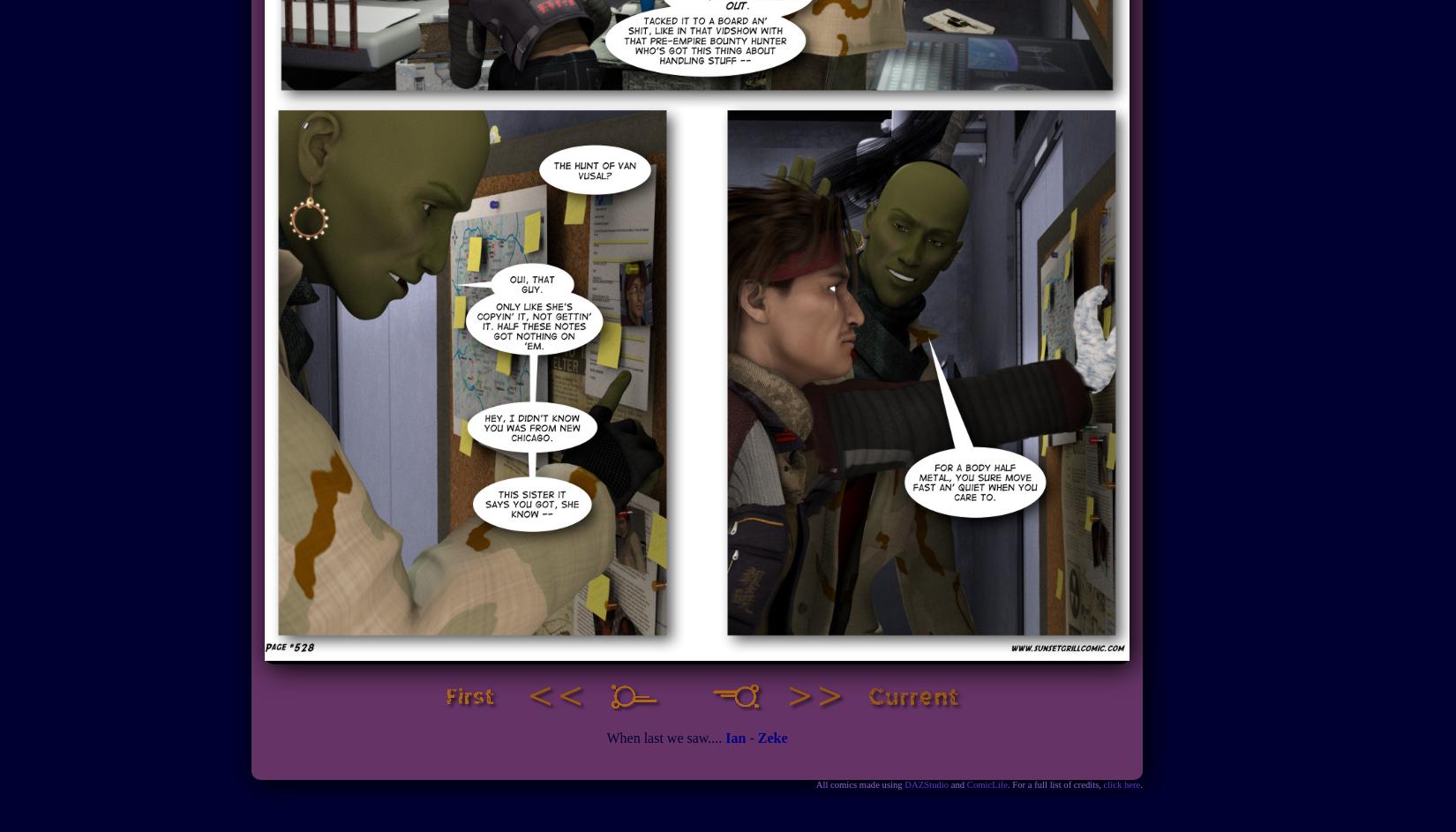 The height and width of the screenshot is (832, 1456). What do you see at coordinates (957, 784) in the screenshot?
I see `'and'` at bounding box center [957, 784].